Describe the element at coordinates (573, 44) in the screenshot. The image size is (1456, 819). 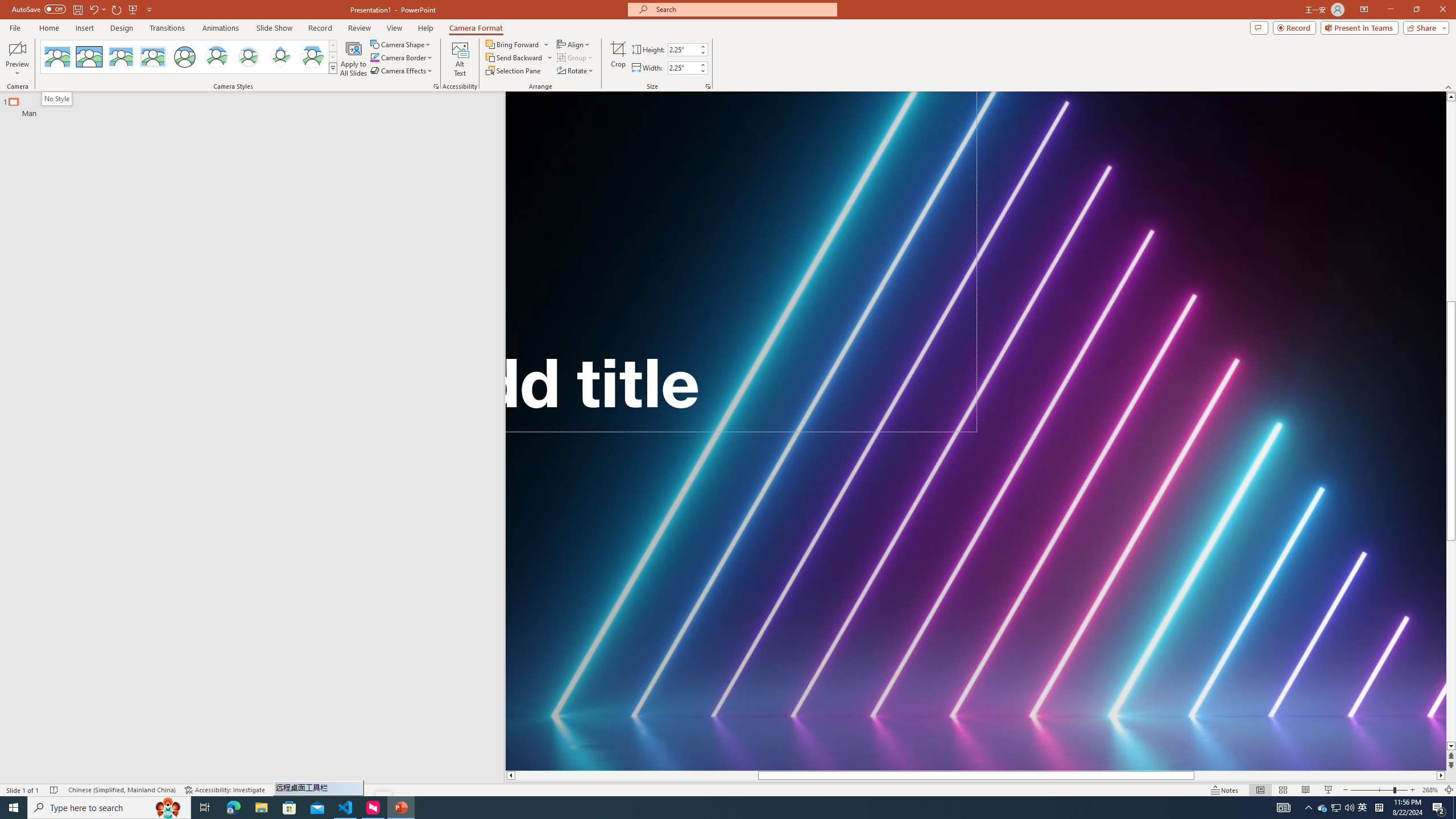
I see `'Align'` at that location.